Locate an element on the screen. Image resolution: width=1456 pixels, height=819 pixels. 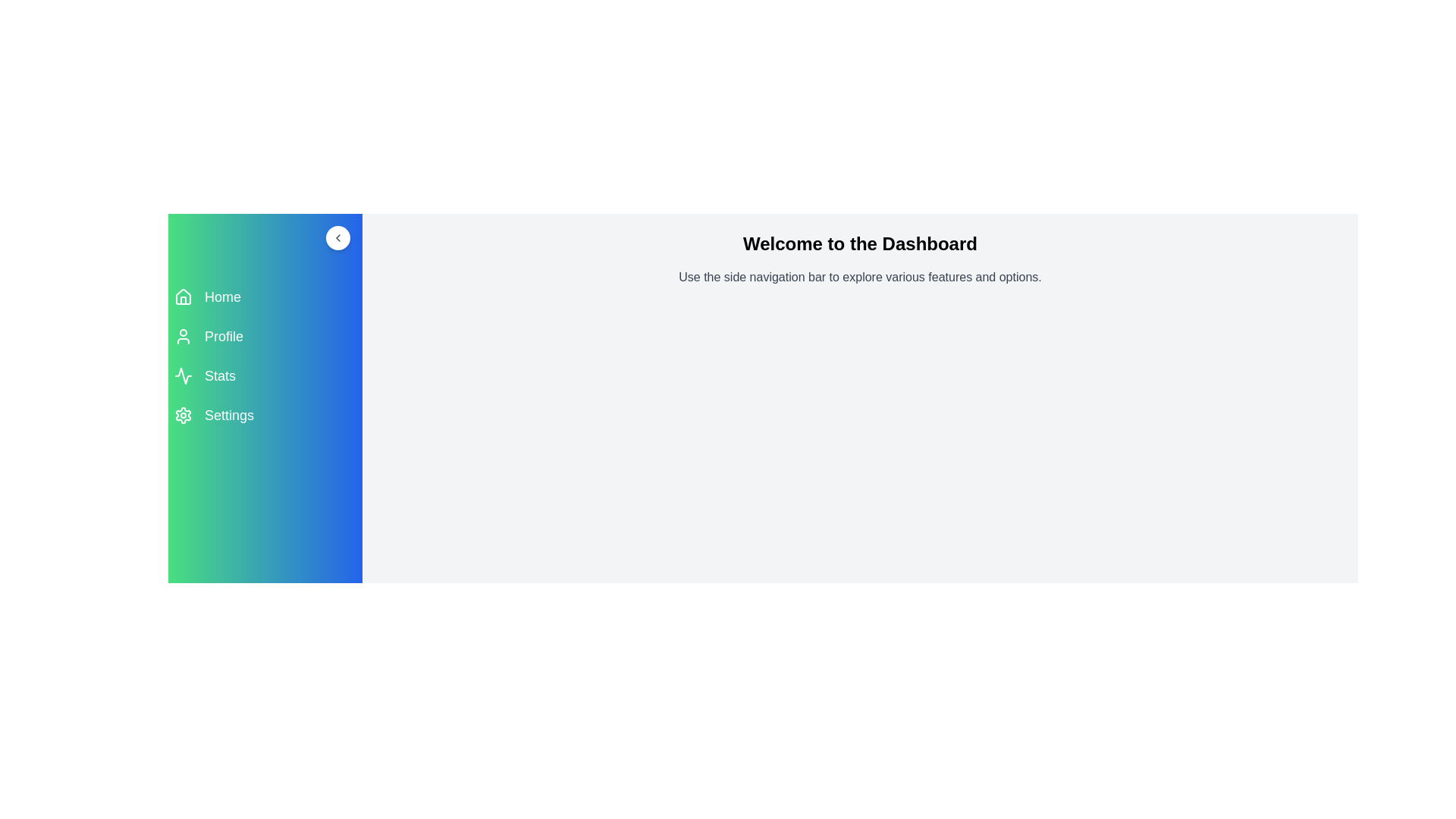
the user-shaped icon representing 'Profile' is located at coordinates (182, 335).